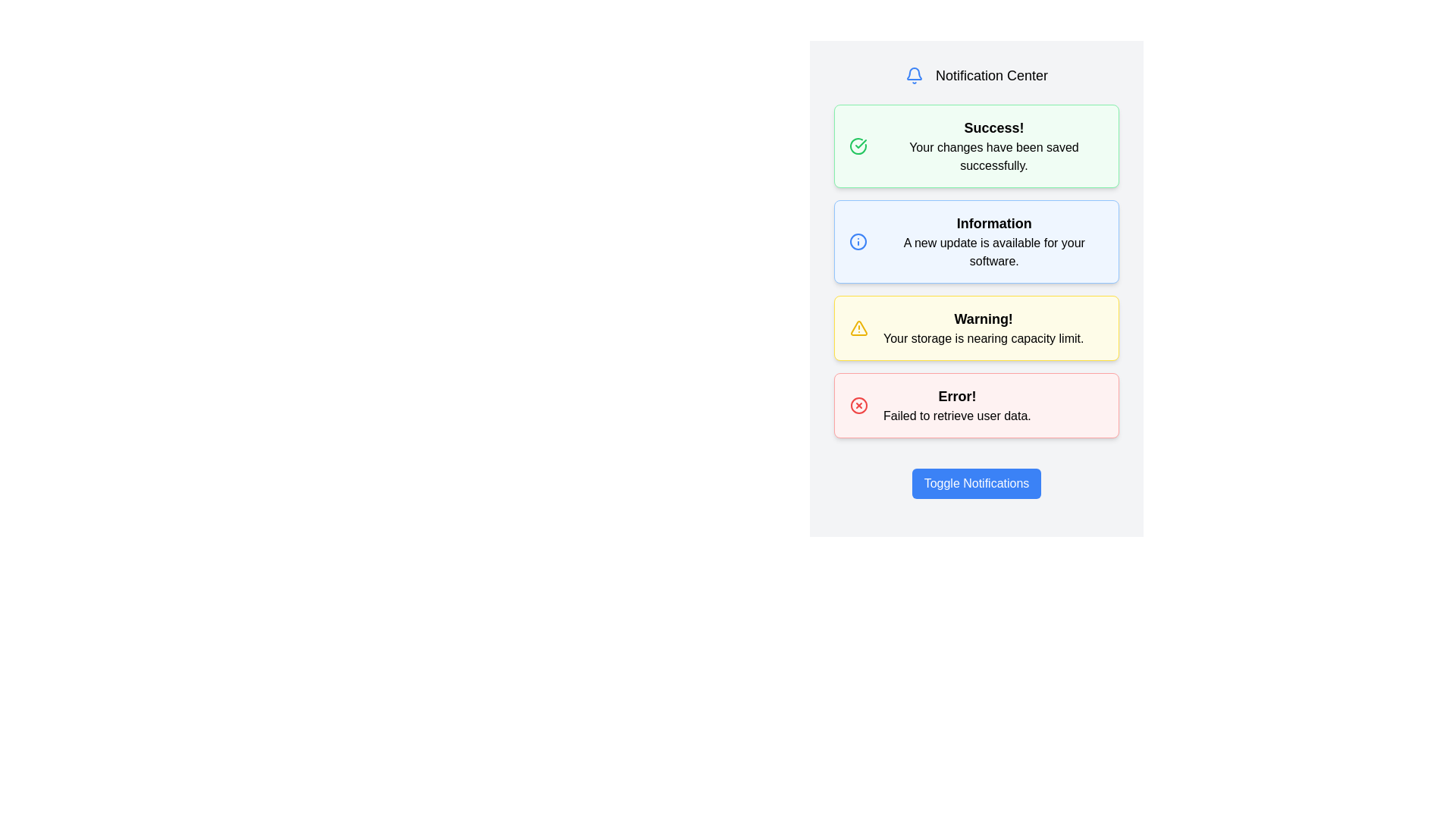  Describe the element at coordinates (976, 146) in the screenshot. I see `message displayed on the Notification Card, which is the first in a vertical list of notifications indicating successful saving of changes` at that location.